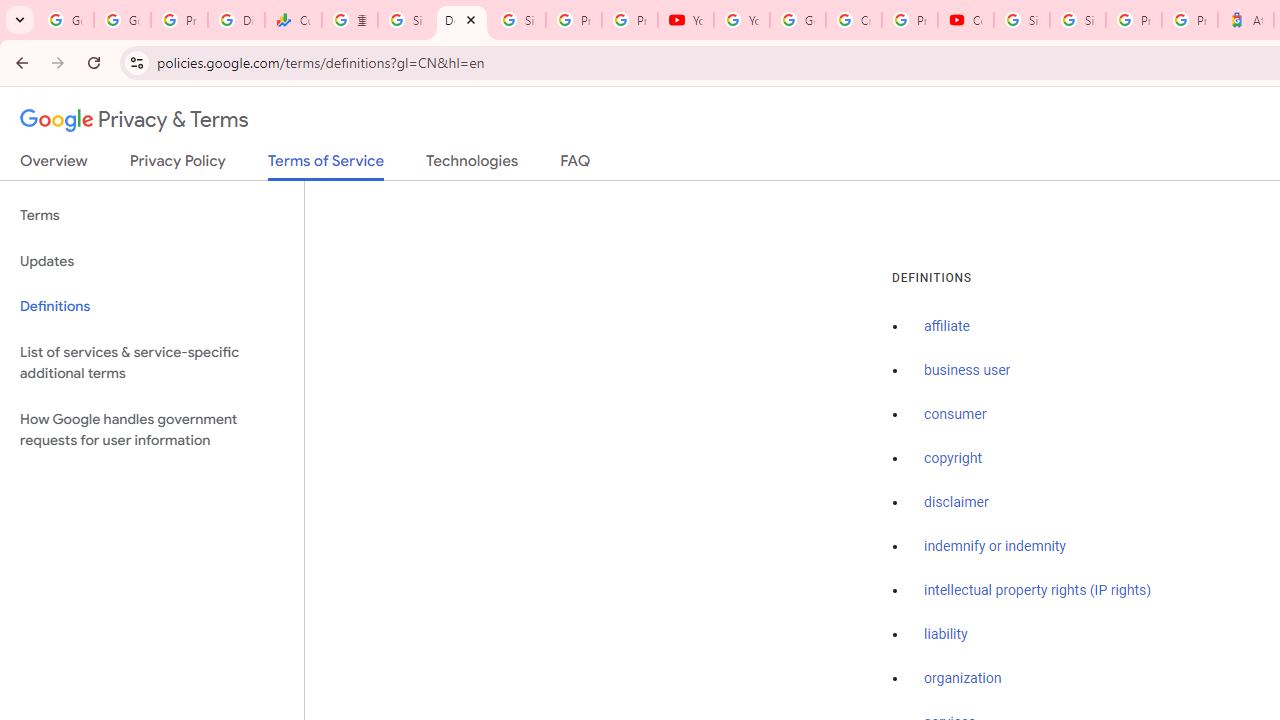 The height and width of the screenshot is (720, 1280). Describe the element at coordinates (797, 20) in the screenshot. I see `'Google Account Help'` at that location.